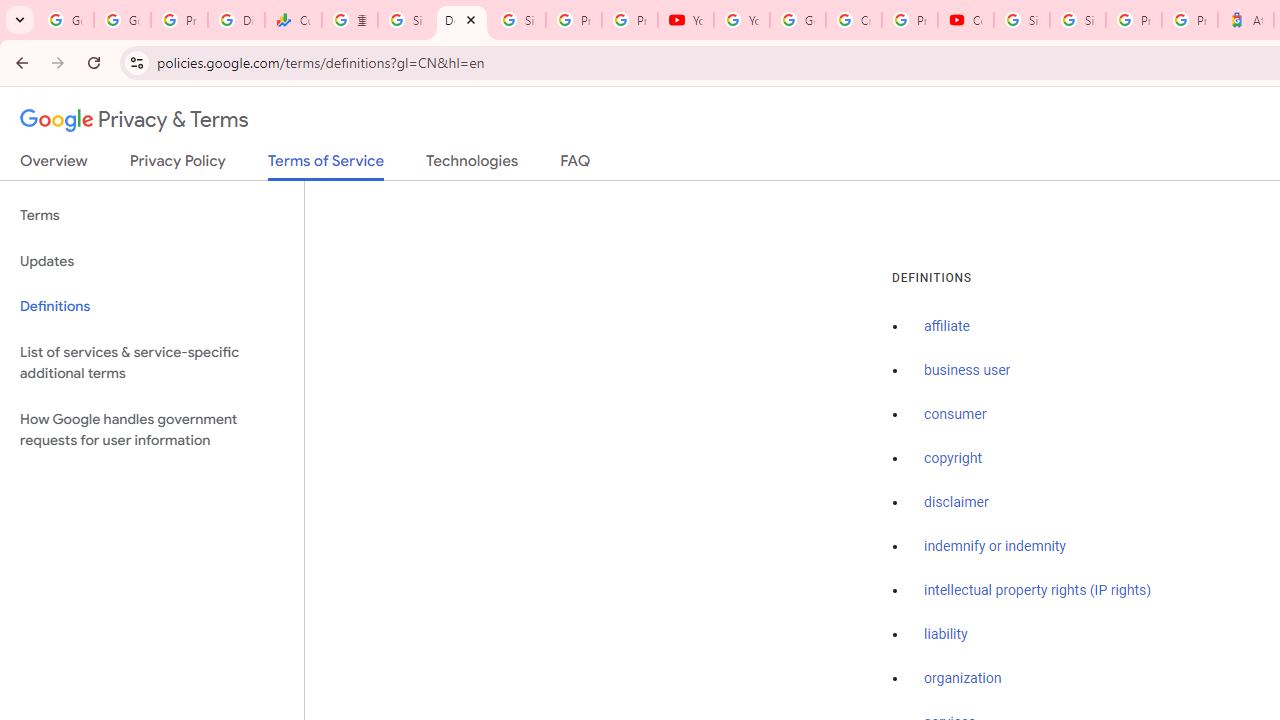 The height and width of the screenshot is (720, 1280). Describe the element at coordinates (797, 20) in the screenshot. I see `'Google Account Help'` at that location.